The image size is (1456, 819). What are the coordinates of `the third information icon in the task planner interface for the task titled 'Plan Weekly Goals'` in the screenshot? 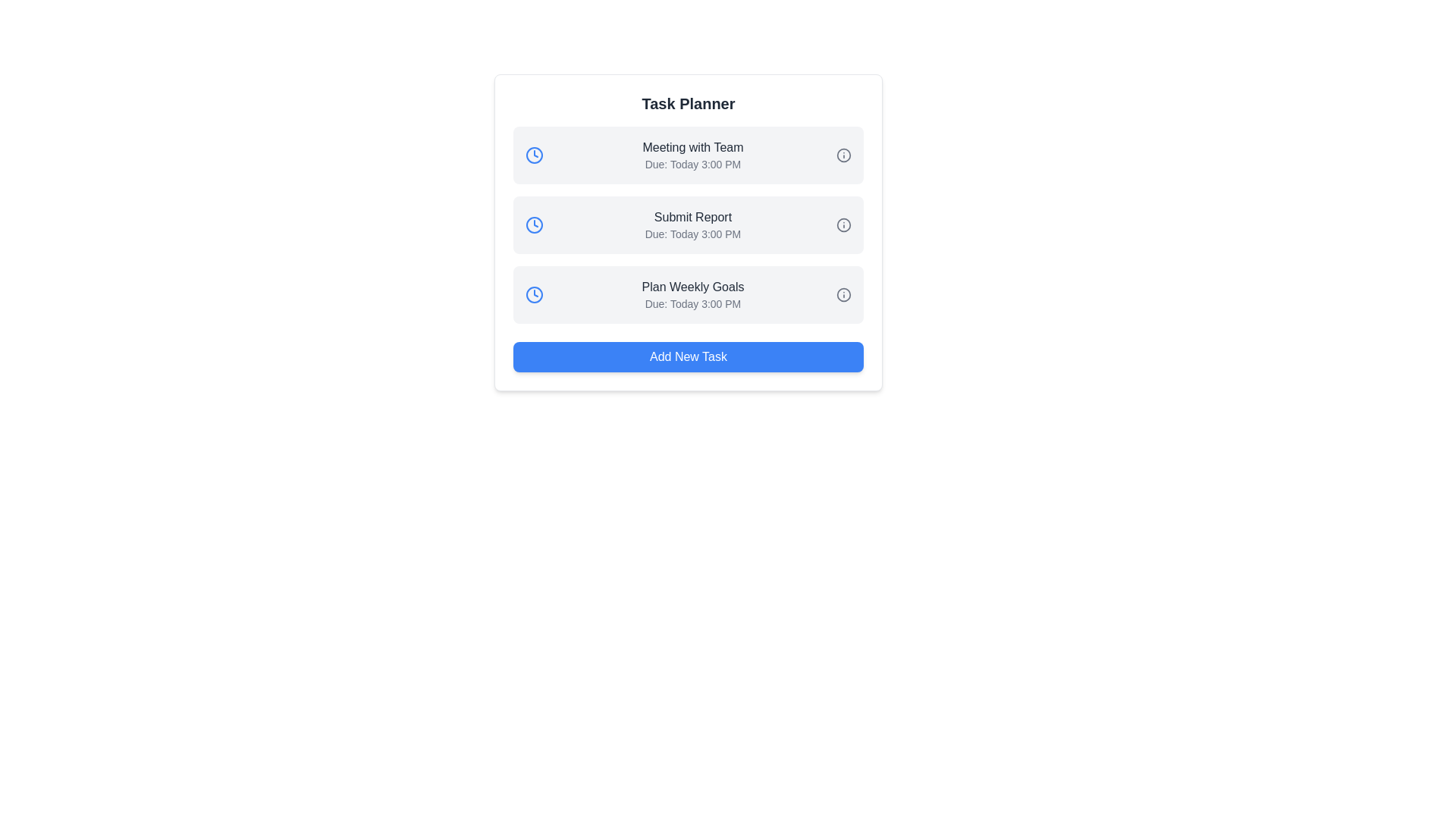 It's located at (843, 295).